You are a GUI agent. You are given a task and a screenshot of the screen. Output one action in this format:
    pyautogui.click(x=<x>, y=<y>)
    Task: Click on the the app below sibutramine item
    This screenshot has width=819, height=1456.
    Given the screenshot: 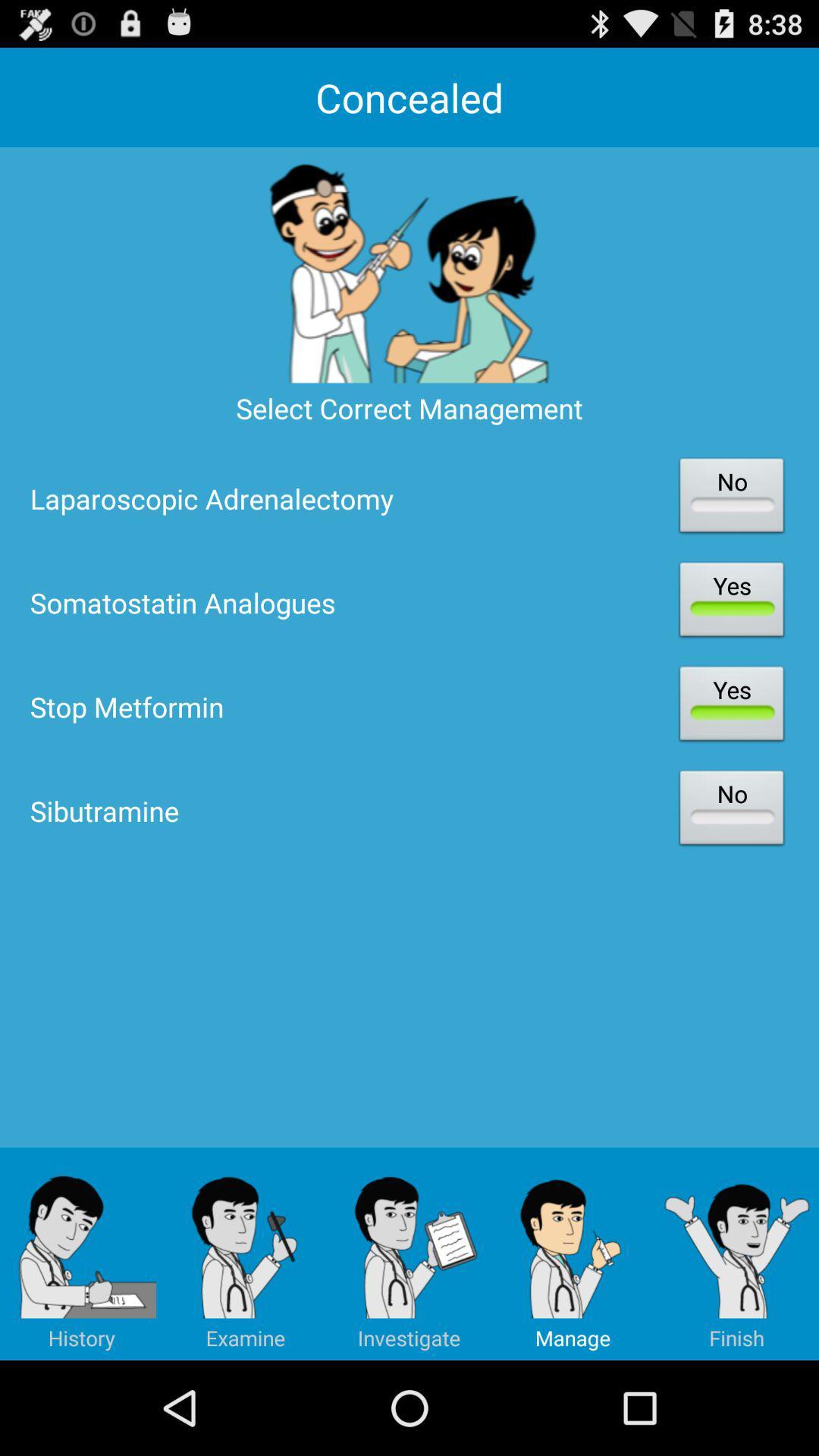 What is the action you would take?
    pyautogui.click(x=409, y=1254)
    